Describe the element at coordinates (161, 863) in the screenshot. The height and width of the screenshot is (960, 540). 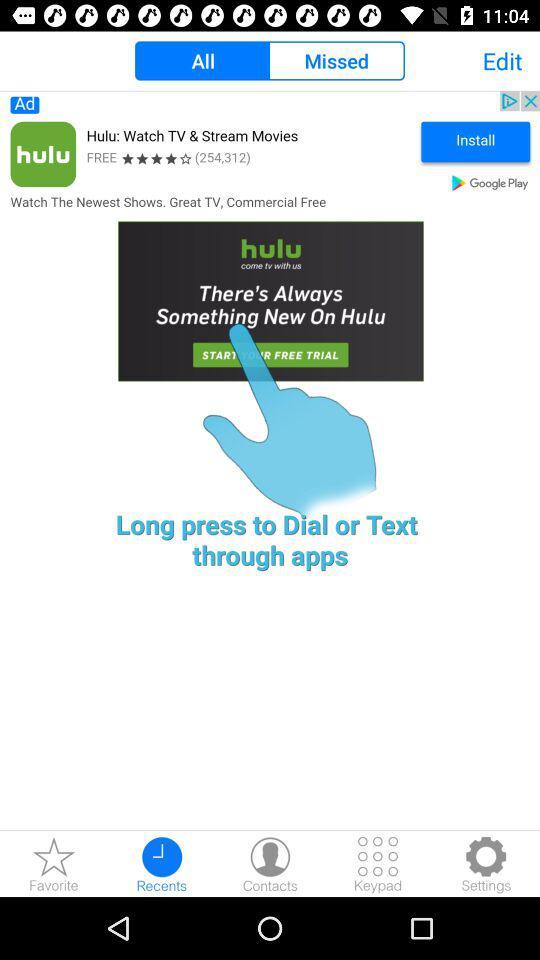
I see `recent activity` at that location.